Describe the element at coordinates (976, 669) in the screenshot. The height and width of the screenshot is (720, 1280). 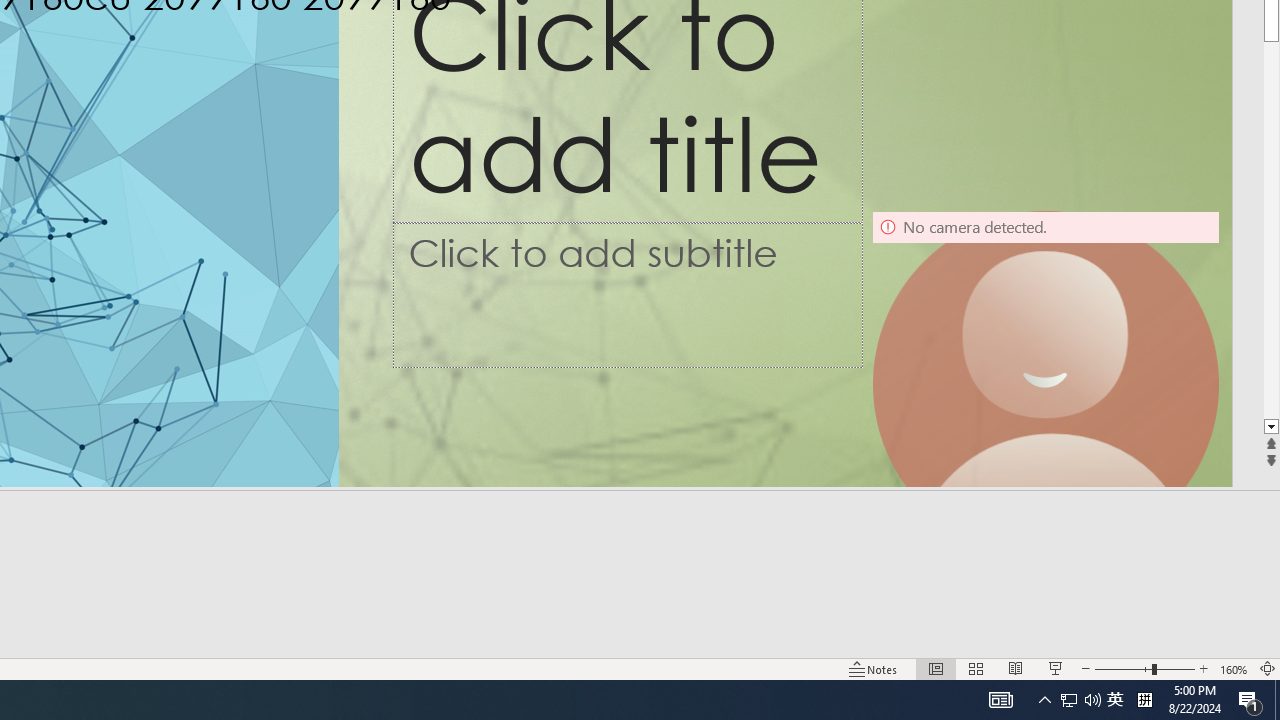
I see `'Slide Sorter'` at that location.